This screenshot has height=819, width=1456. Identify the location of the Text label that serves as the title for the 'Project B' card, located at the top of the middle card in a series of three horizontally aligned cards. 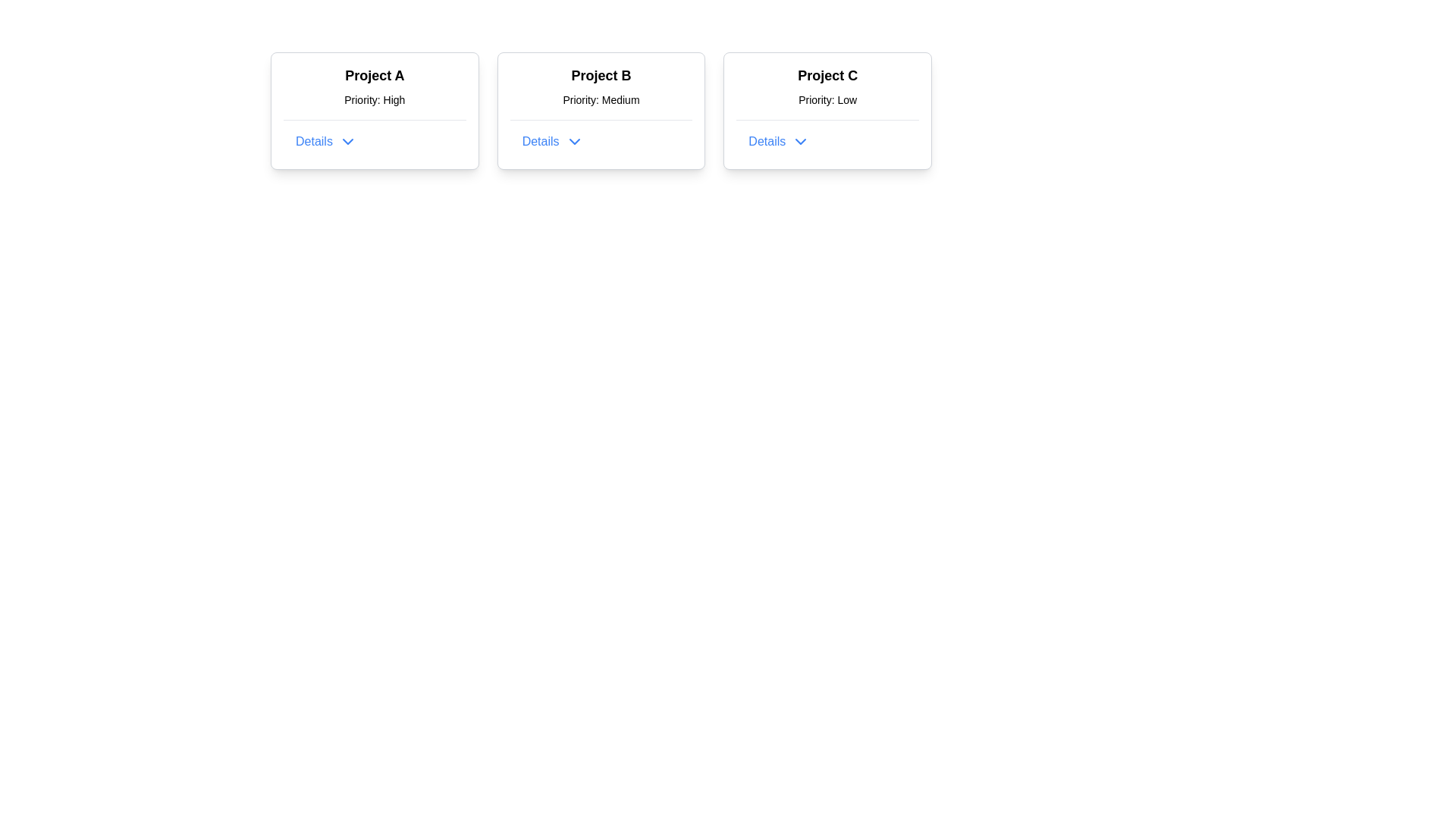
(600, 76).